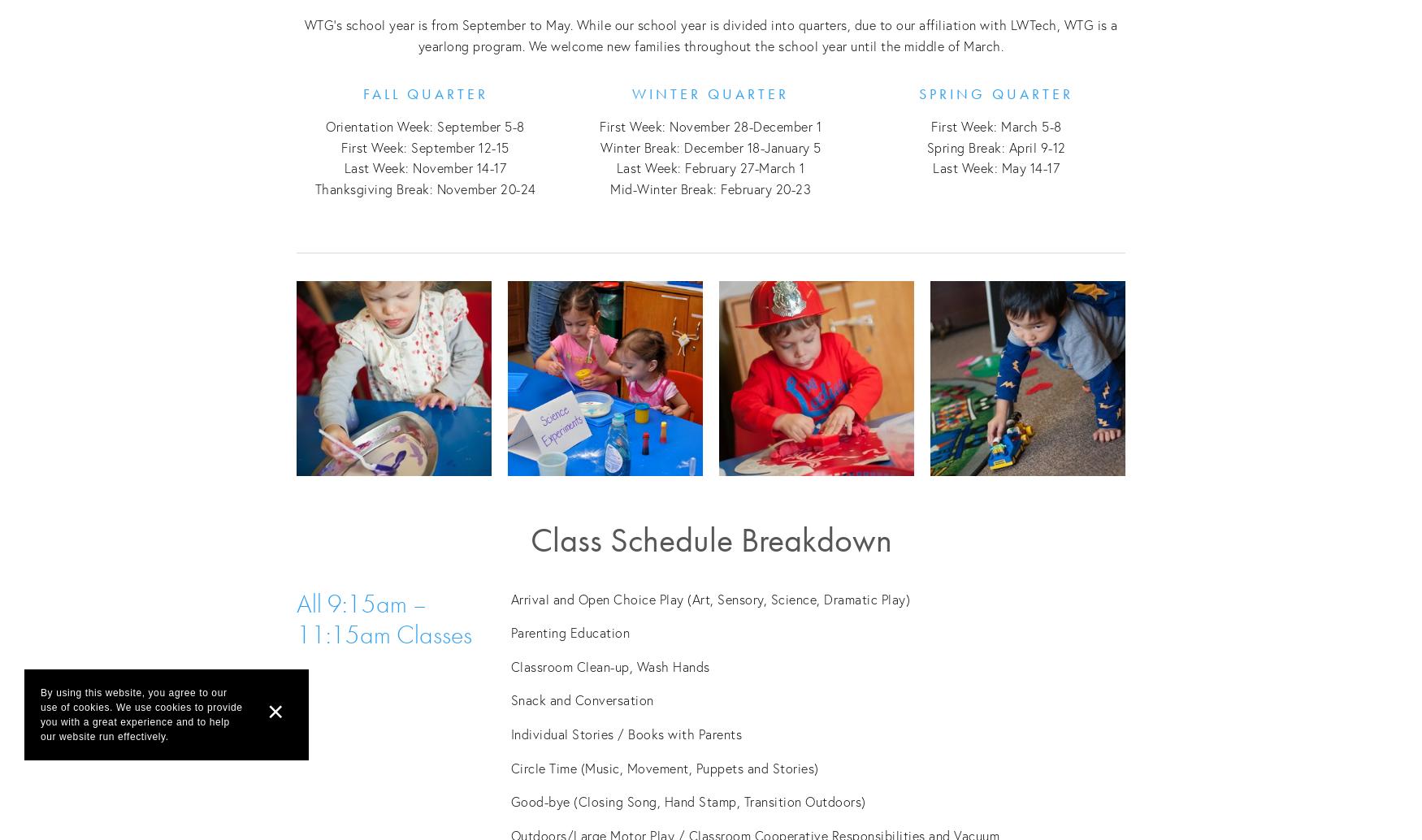 The height and width of the screenshot is (840, 1422). What do you see at coordinates (424, 125) in the screenshot?
I see `'Orientation Week: September 5-8'` at bounding box center [424, 125].